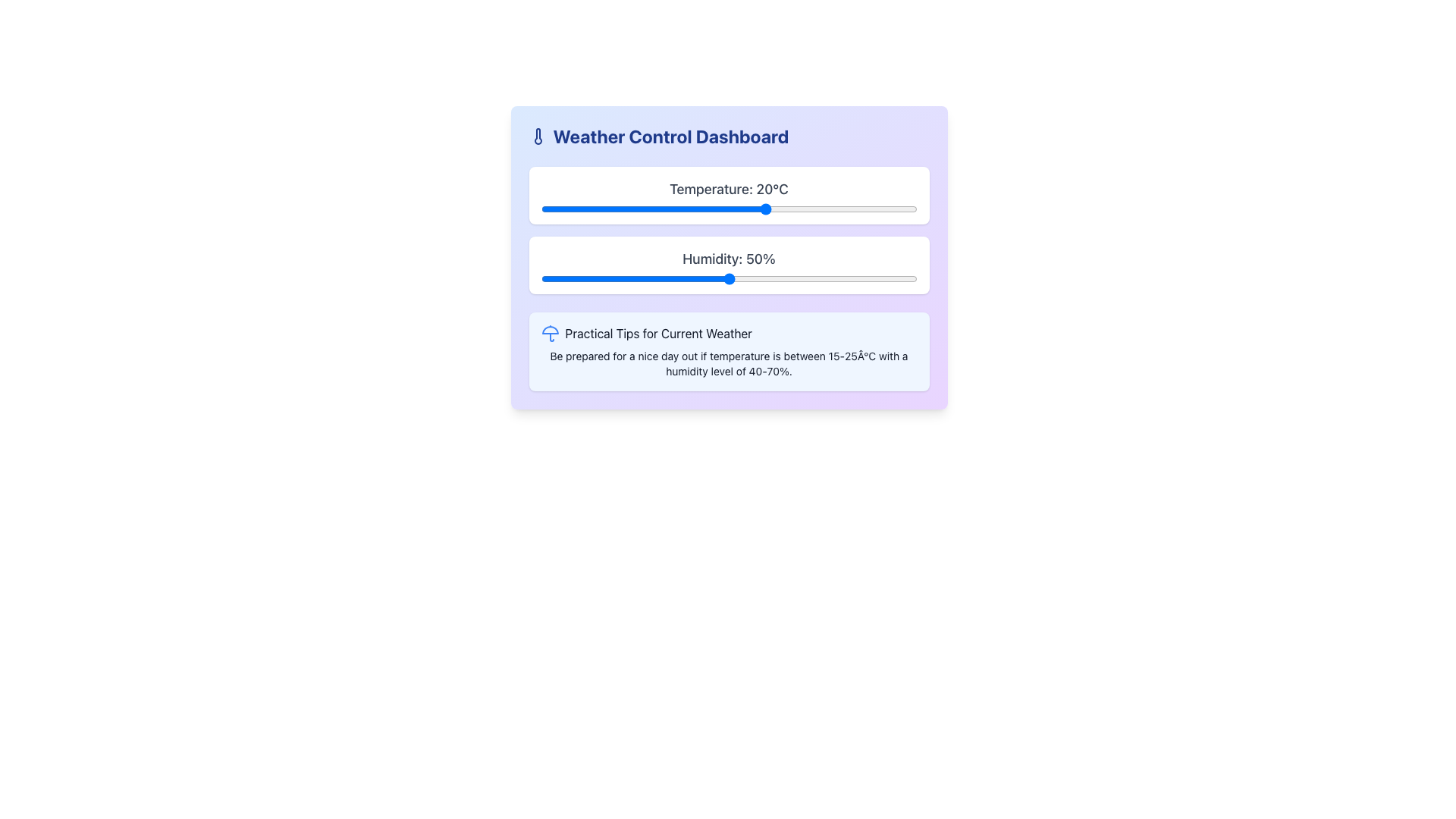 This screenshot has width=1456, height=819. What do you see at coordinates (729, 259) in the screenshot?
I see `the text label displaying 'Humidity: 50%' which is centered above a gradient-colored slider in a white rounded box within a purple dashboard` at bounding box center [729, 259].